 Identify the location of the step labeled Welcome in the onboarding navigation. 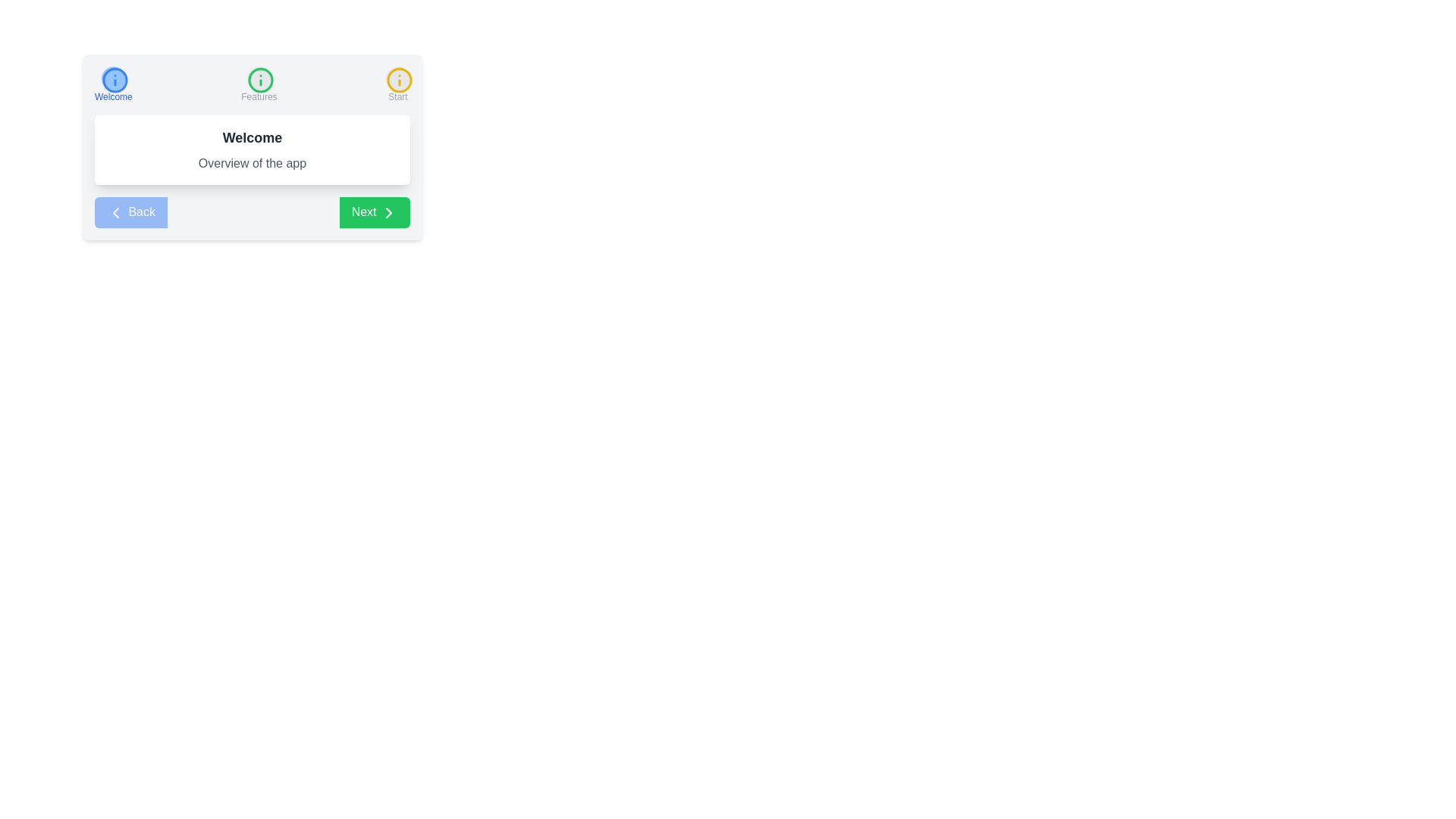
(112, 84).